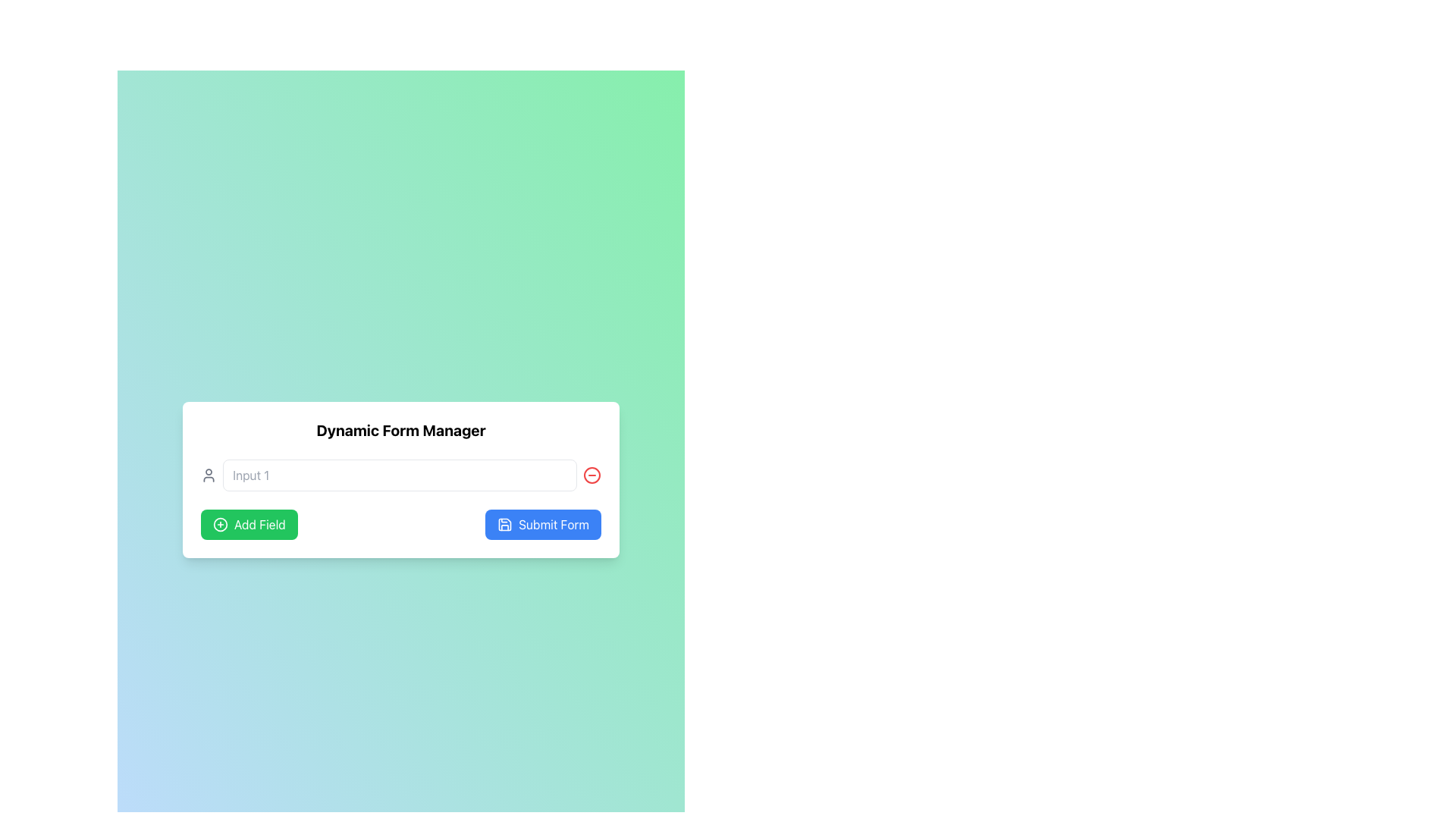 This screenshot has height=819, width=1456. What do you see at coordinates (249, 523) in the screenshot?
I see `the first button in the lower-left section of the interface` at bounding box center [249, 523].